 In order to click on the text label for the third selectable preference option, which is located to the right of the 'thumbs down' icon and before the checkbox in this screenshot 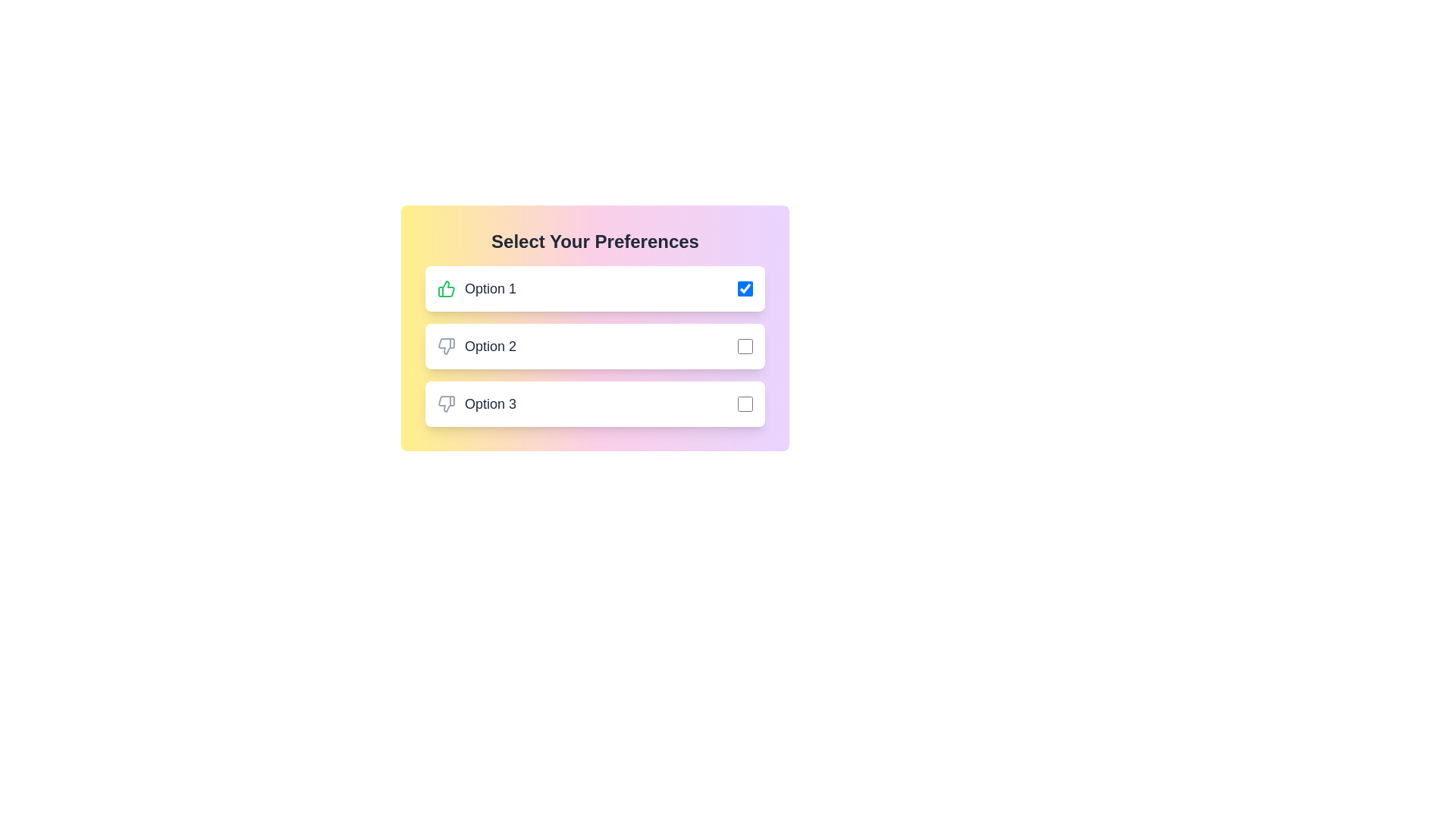, I will do `click(491, 403)`.